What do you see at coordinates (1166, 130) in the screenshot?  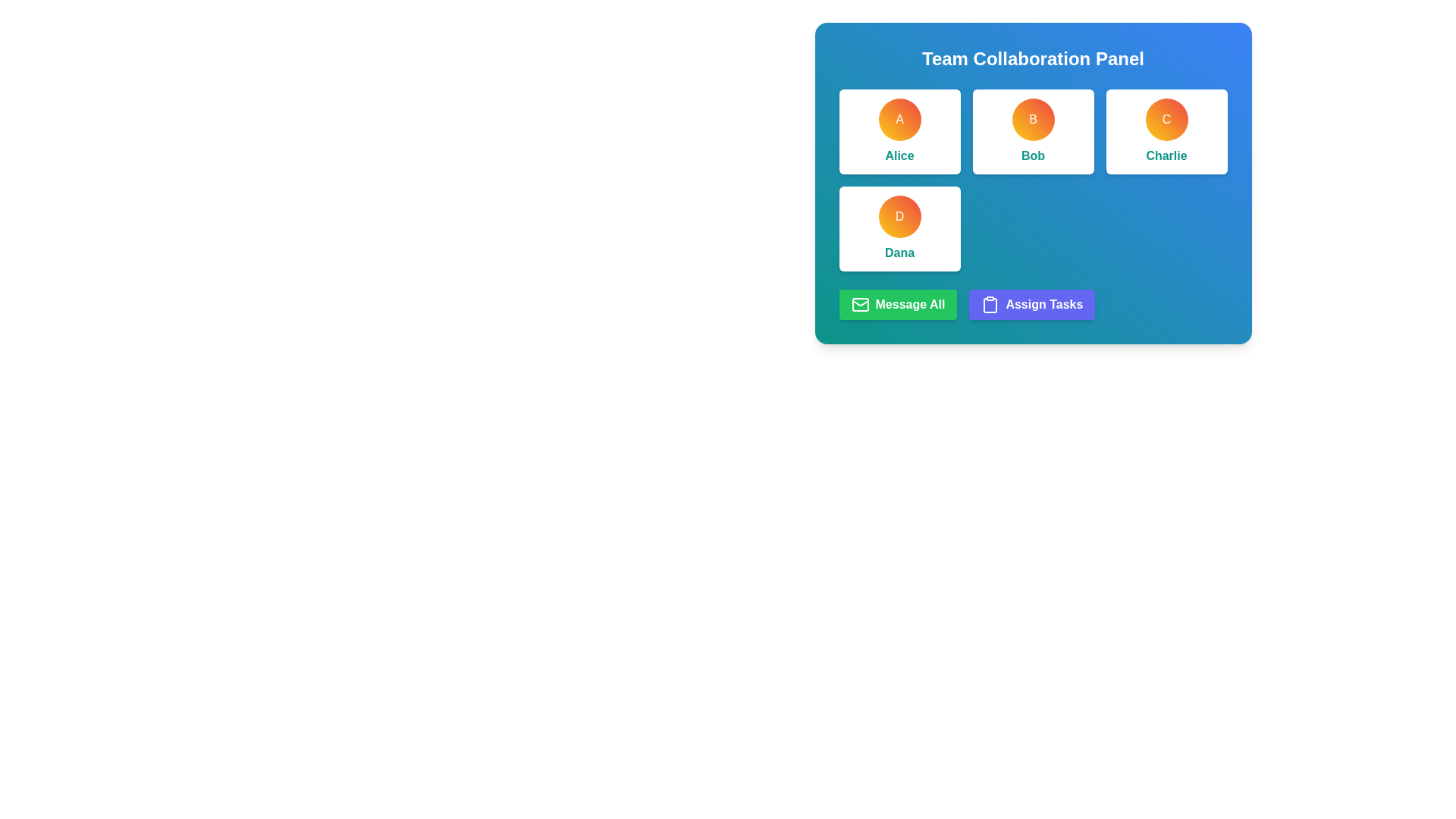 I see `the profile card for 'Charlie', which is the third card in a 2x2 grid` at bounding box center [1166, 130].